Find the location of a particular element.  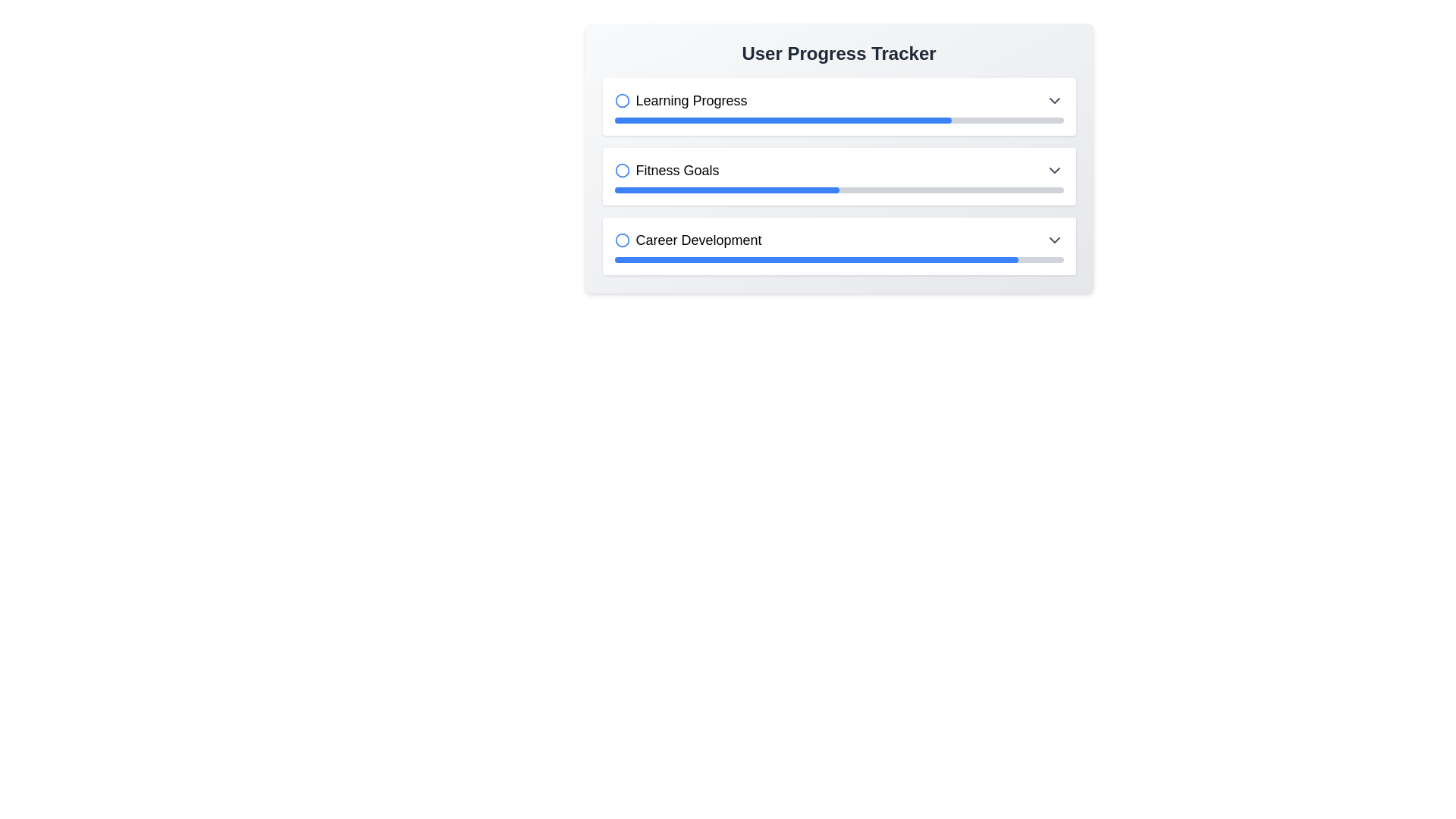

the static label 'Learning Progress' which is visually characterized by a bold font and a circular blue icon to its left, located in the 'User Progress Tracker' section is located at coordinates (679, 100).